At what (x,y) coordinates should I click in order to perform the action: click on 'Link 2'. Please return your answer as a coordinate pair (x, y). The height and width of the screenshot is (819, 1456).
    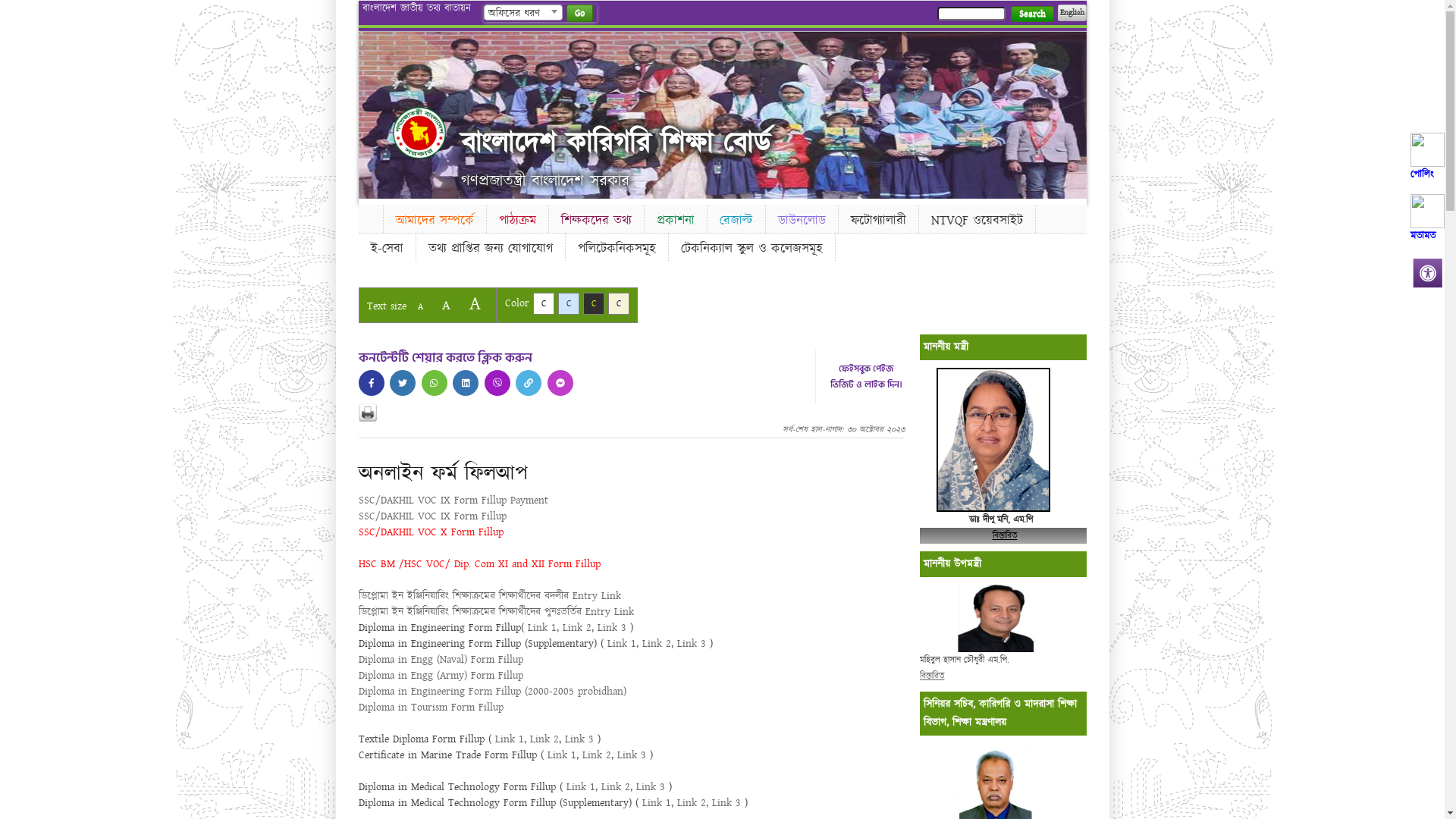
    Looking at the image, I should click on (529, 739).